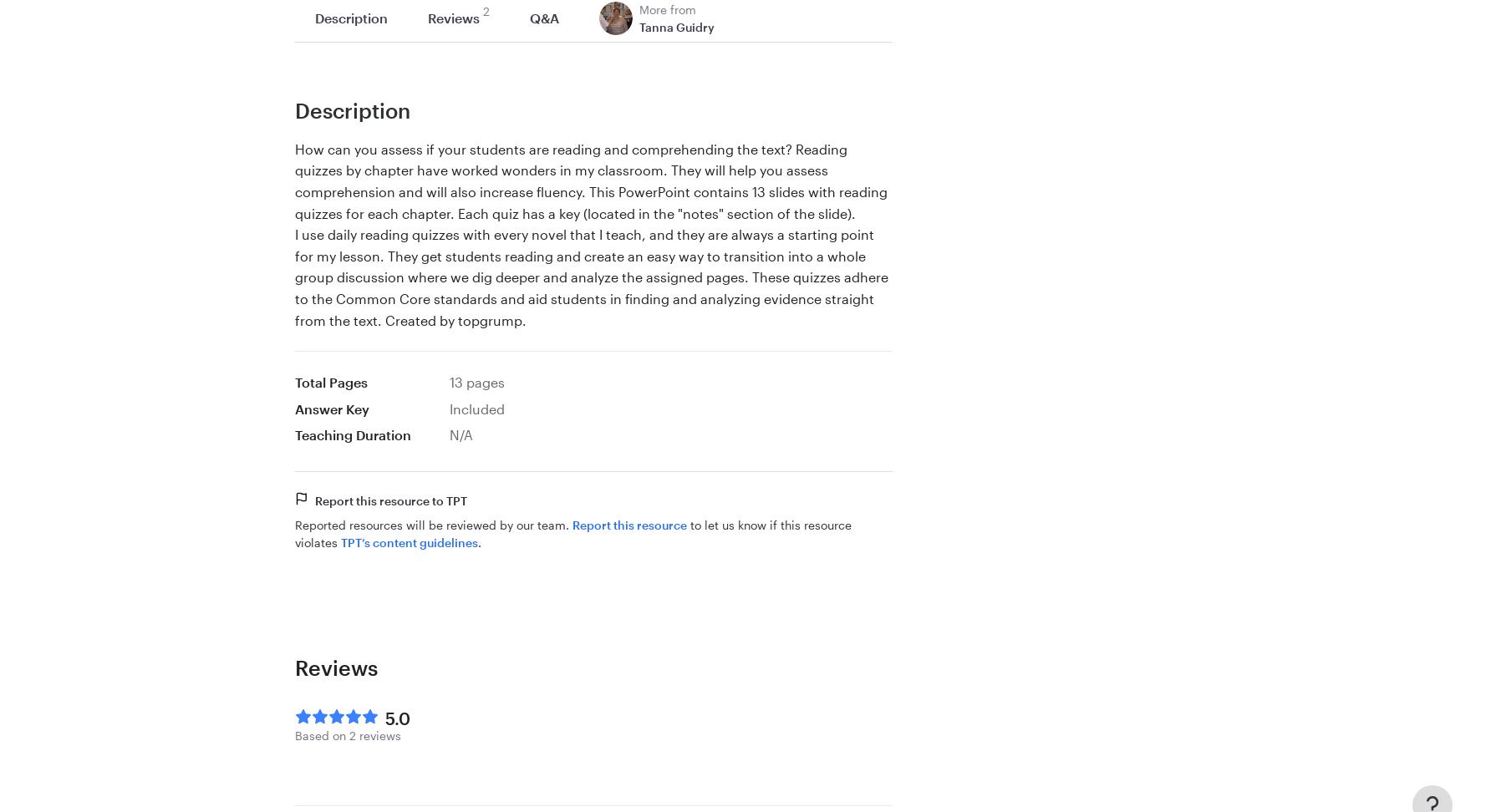 This screenshot has height=812, width=1486. I want to click on '5.0', so click(396, 717).